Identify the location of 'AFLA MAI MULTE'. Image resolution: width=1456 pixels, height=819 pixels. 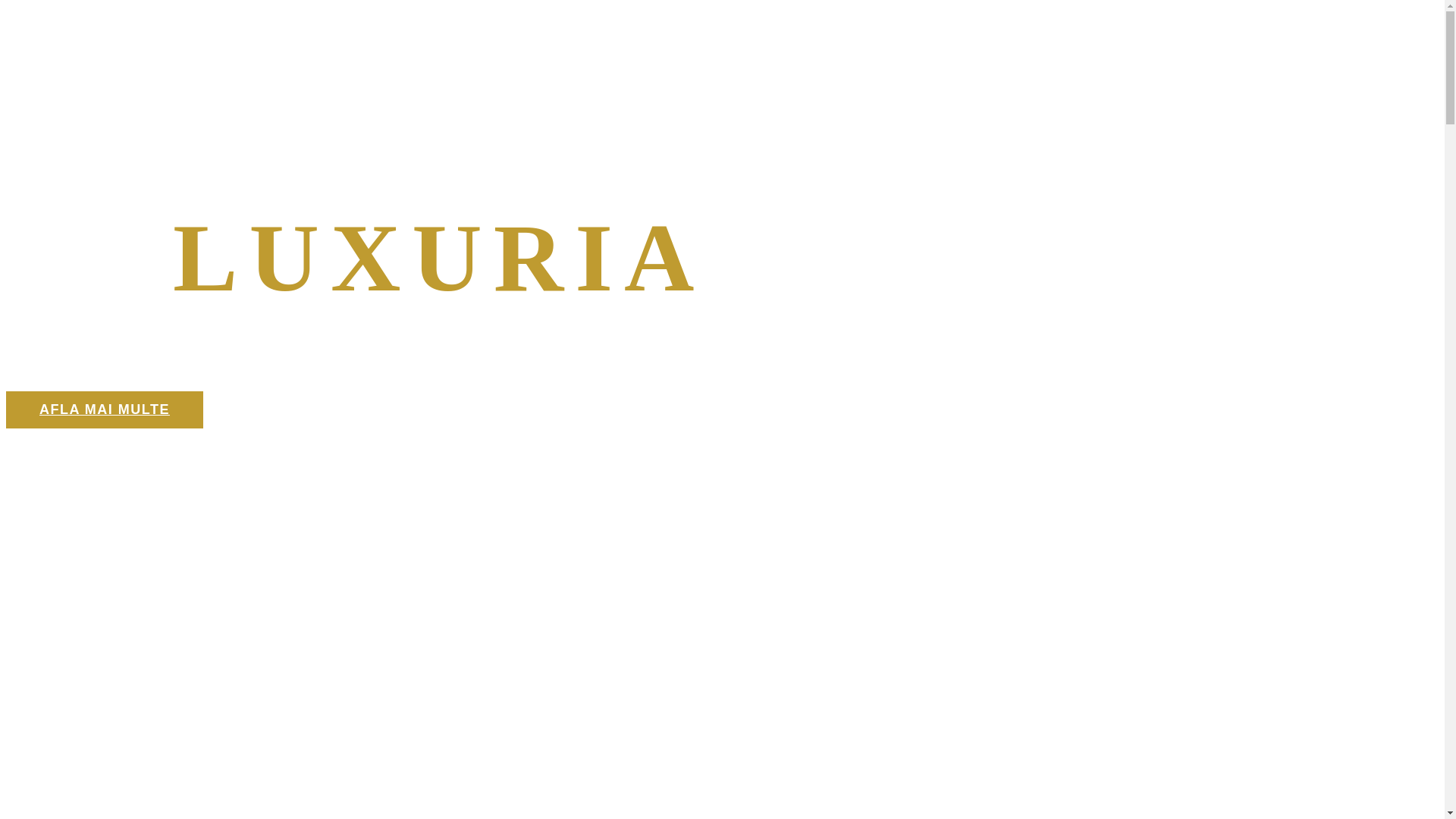
(6, 409).